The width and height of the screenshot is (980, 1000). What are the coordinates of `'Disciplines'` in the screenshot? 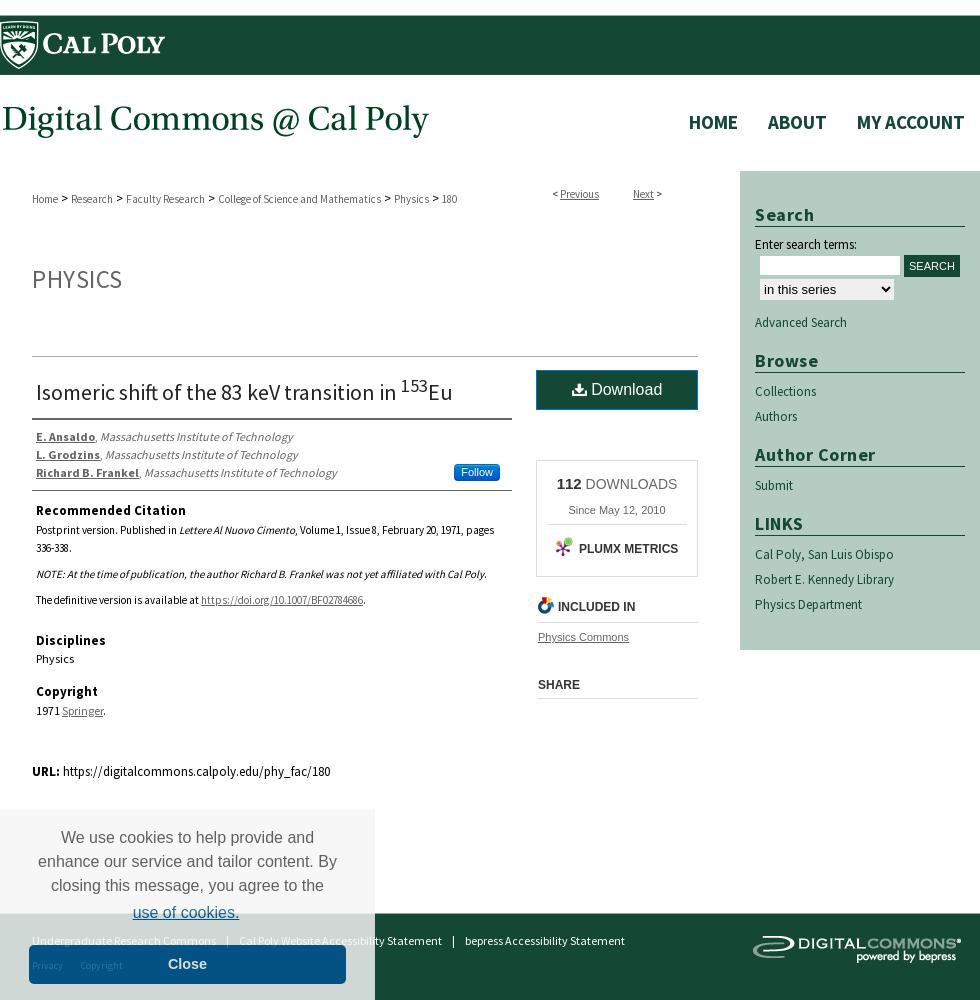 It's located at (70, 639).